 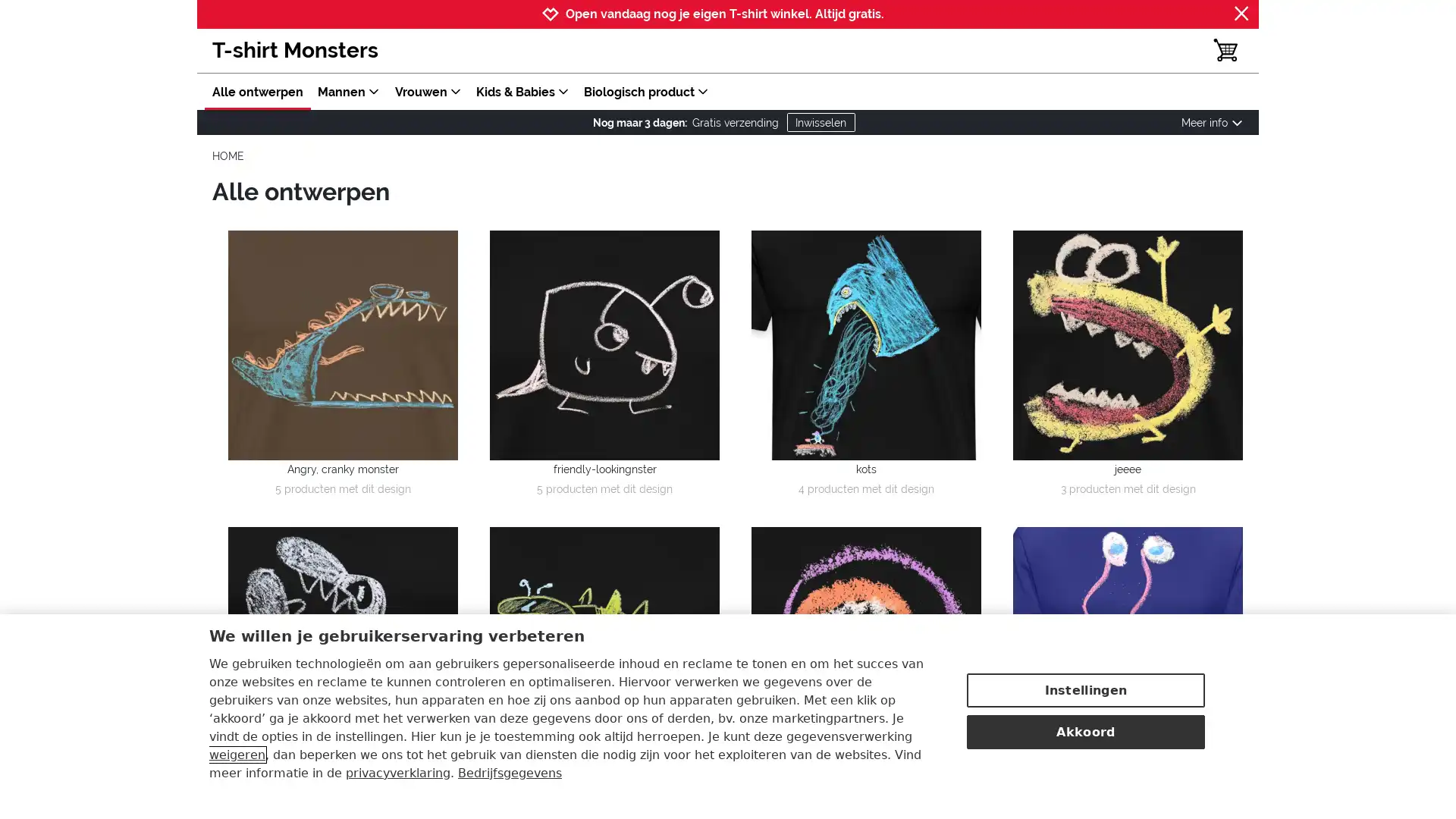 What do you see at coordinates (1211, 122) in the screenshot?
I see `Meer info` at bounding box center [1211, 122].